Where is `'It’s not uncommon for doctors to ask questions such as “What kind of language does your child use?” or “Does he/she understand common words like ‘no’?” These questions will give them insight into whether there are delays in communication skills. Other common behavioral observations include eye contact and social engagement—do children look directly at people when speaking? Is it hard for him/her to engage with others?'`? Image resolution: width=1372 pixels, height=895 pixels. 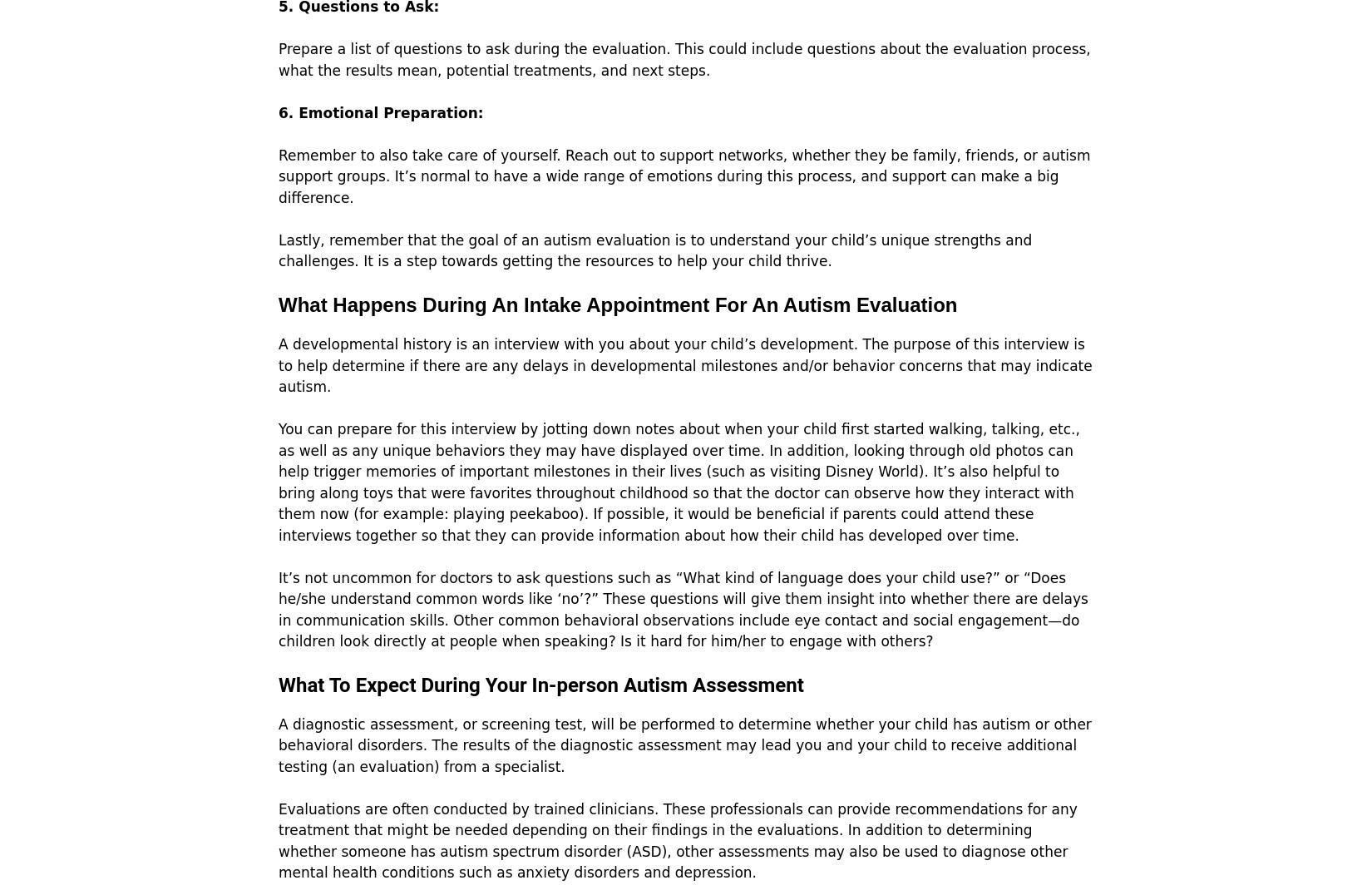 'It’s not uncommon for doctors to ask questions such as “What kind of language does your child use?” or “Does he/she understand common words like ‘no’?” These questions will give them insight into whether there are delays in communication skills. Other common behavioral observations include eye contact and social engagement—do children look directly at people when speaking? Is it hard for him/her to engage with others?' is located at coordinates (278, 608).